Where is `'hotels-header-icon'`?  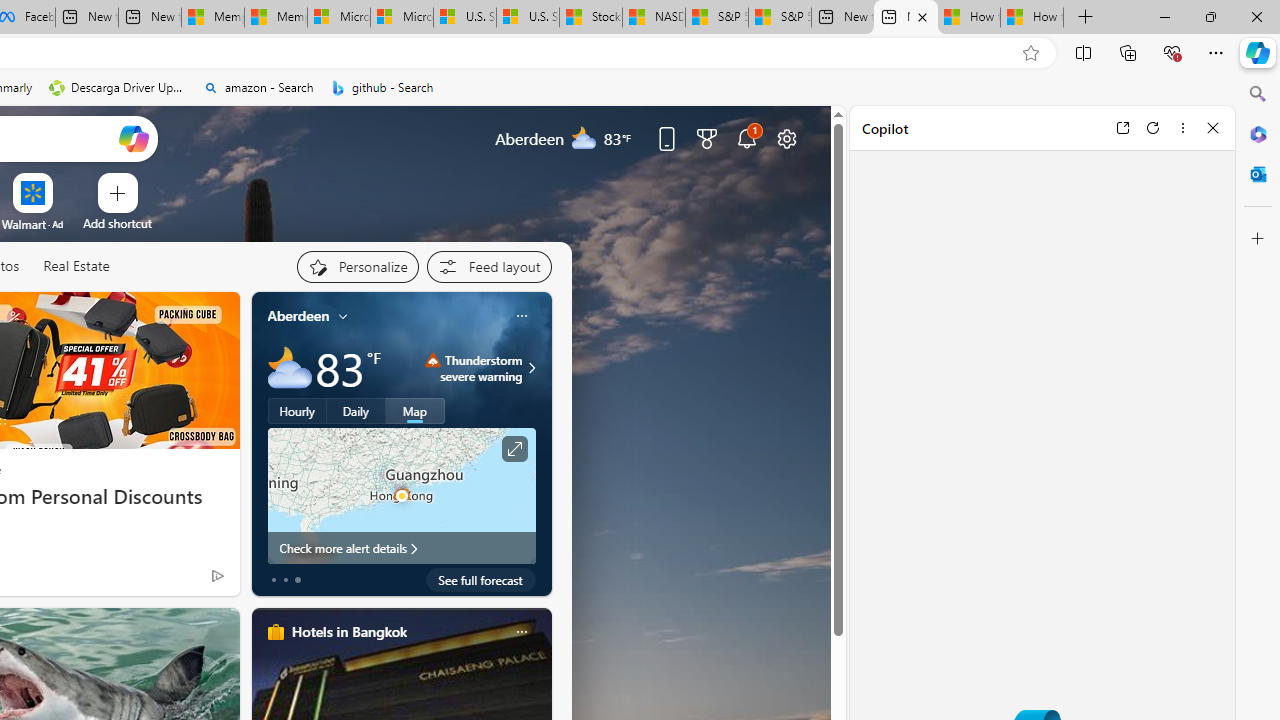 'hotels-header-icon' is located at coordinates (274, 632).